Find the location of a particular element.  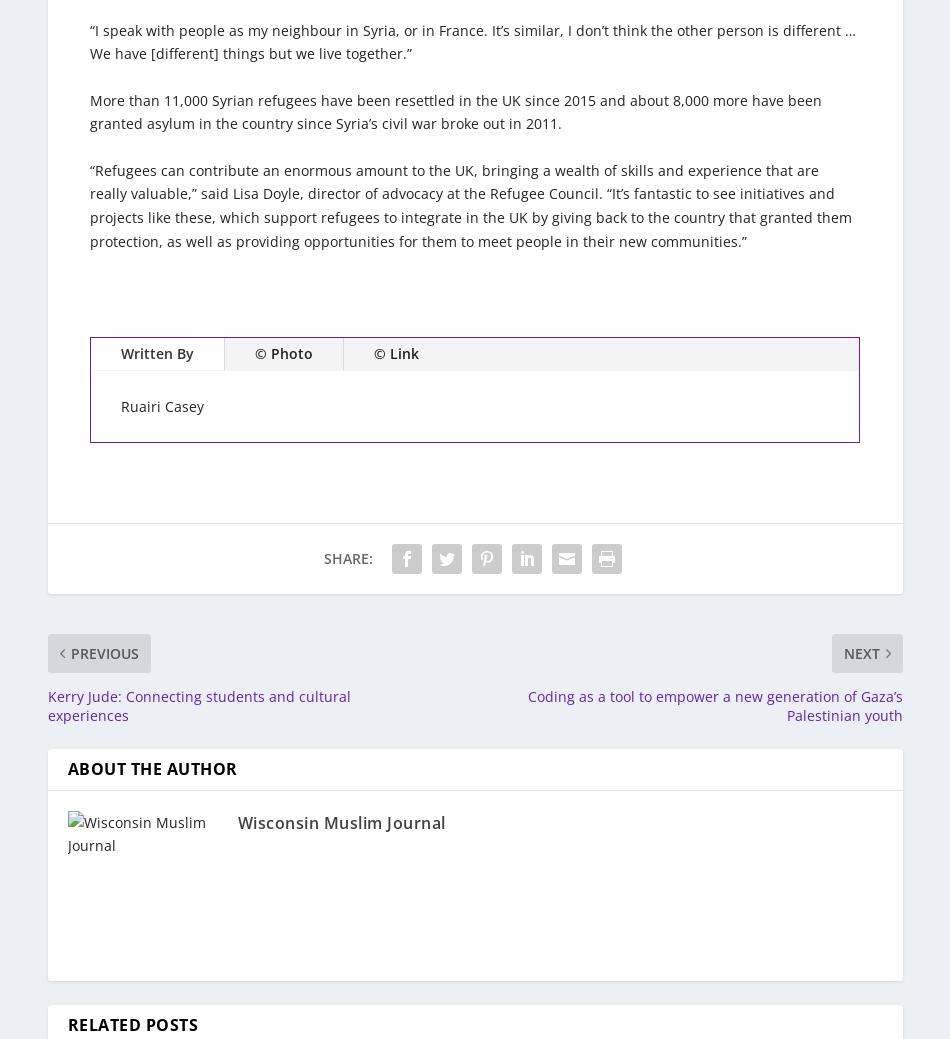

'“Refugees can contribute an enormous amount to the UK, bringing a wealth of skills and experience that are really valuable,” said Lisa Doyle, director of advocacy at the Refugee Council. “It’s fantastic to see initiatives and projects like these, which support refugees to integrate in the UK by giving back to the country that granted them protection, as well as providing opportunities for them to meet people in their new communities.”' is located at coordinates (470, 205).